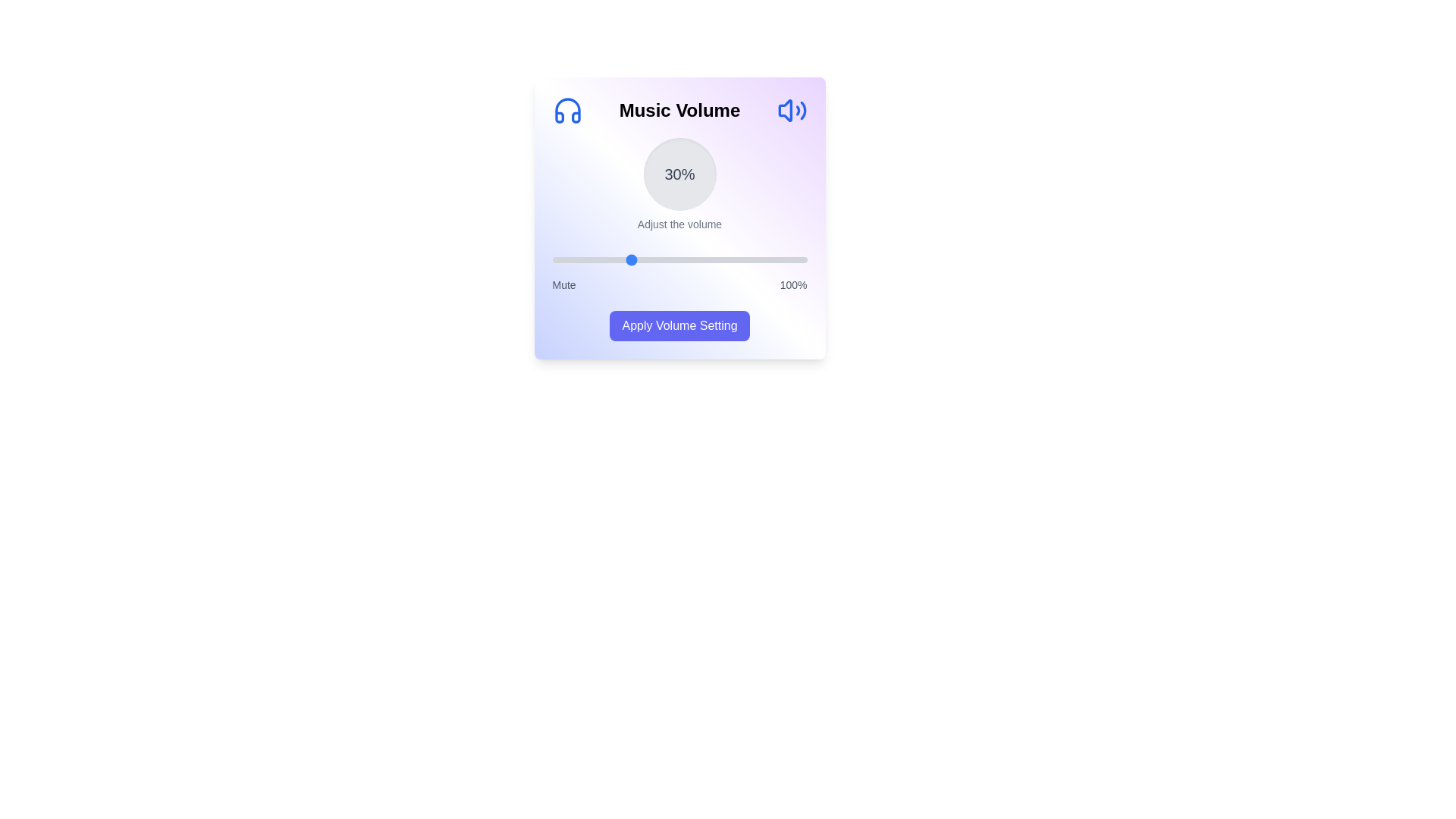 This screenshot has width=1456, height=819. I want to click on the volume slider to 14%, so click(587, 259).